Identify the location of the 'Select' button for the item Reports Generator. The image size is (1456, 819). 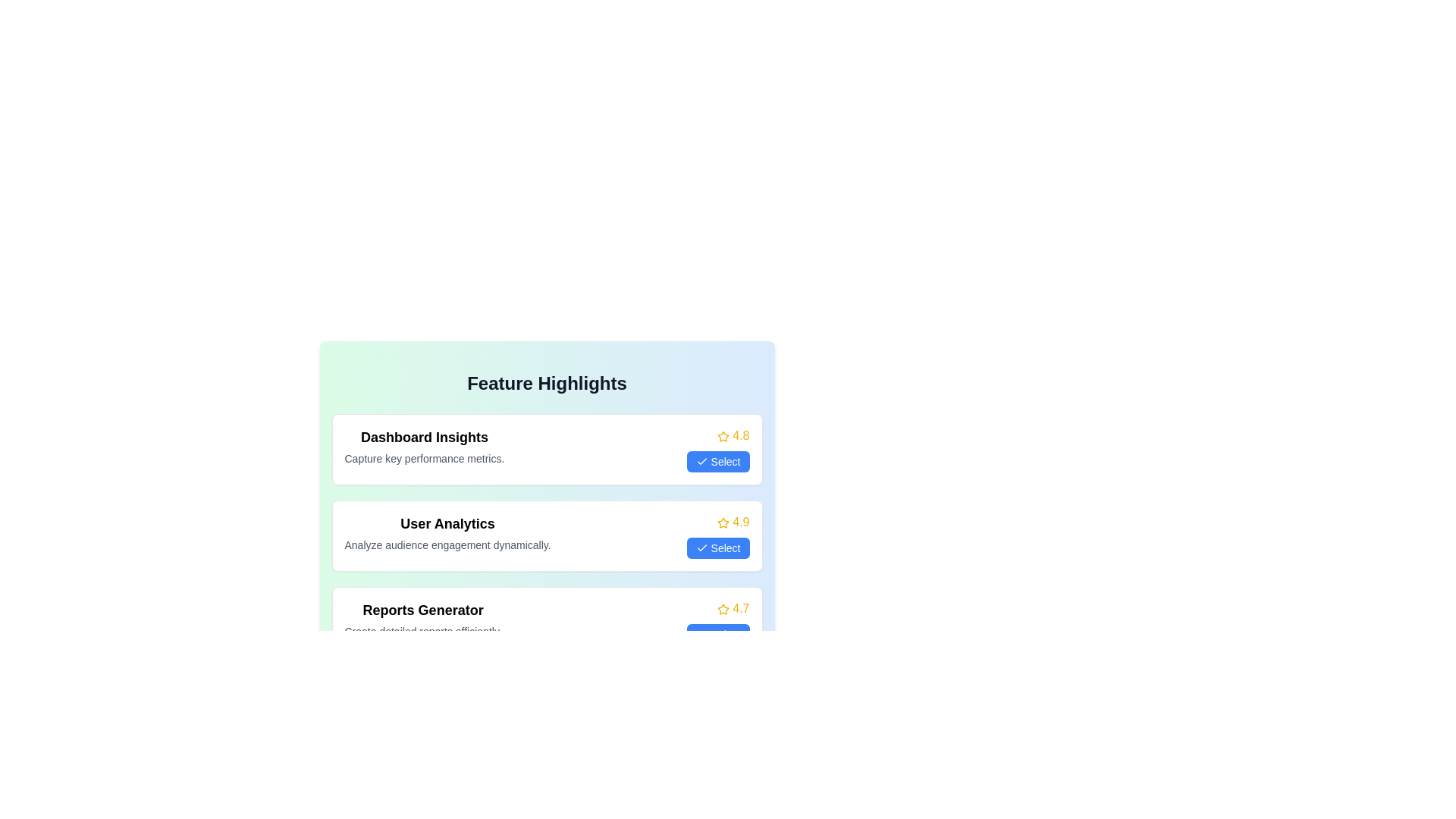
(717, 635).